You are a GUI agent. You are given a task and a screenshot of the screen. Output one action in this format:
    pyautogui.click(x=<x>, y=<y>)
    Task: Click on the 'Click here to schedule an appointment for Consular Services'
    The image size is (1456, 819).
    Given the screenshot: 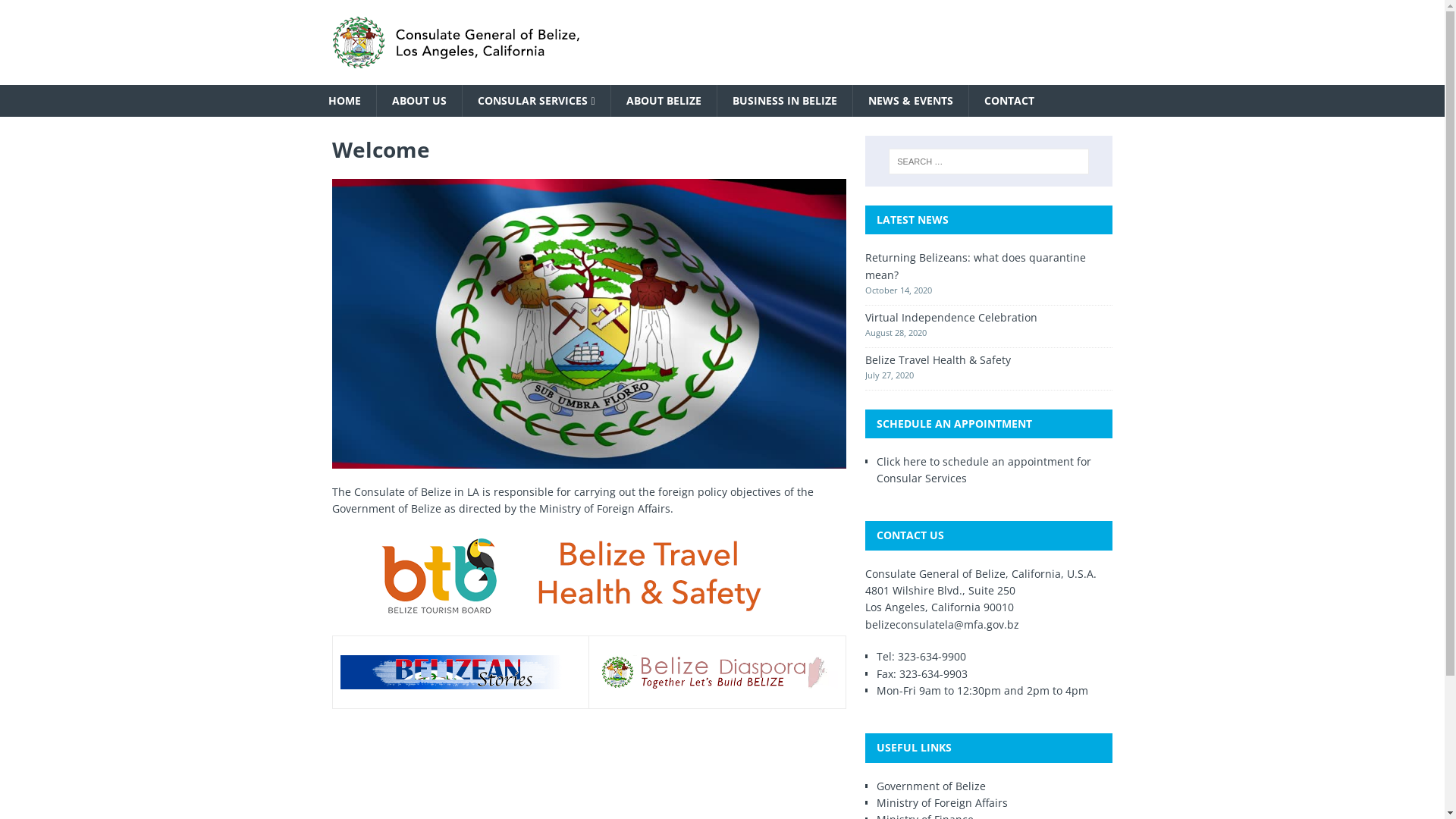 What is the action you would take?
    pyautogui.click(x=984, y=469)
    